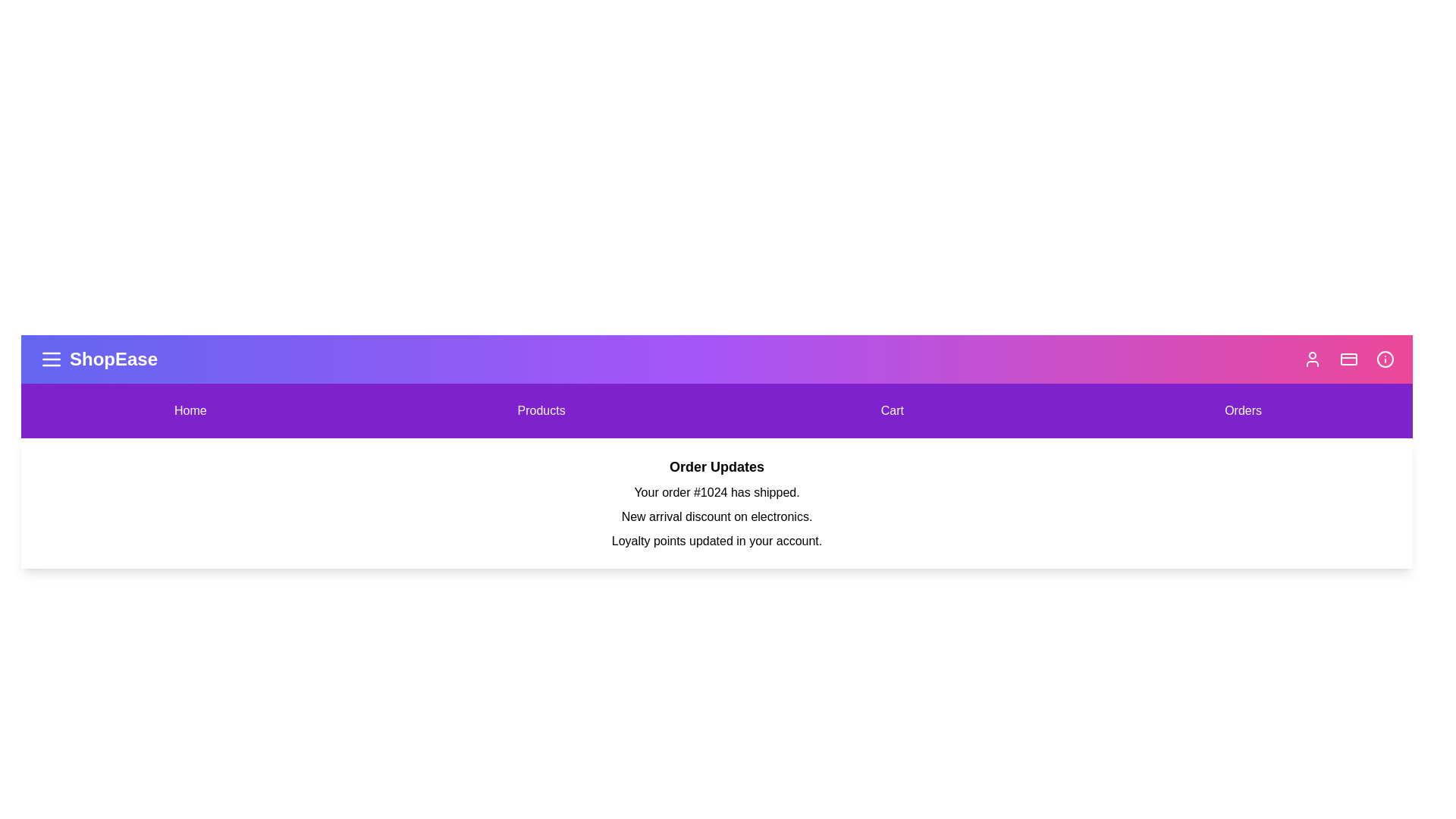  Describe the element at coordinates (1385, 359) in the screenshot. I see `the info icon to toggle the visibility of notifications` at that location.